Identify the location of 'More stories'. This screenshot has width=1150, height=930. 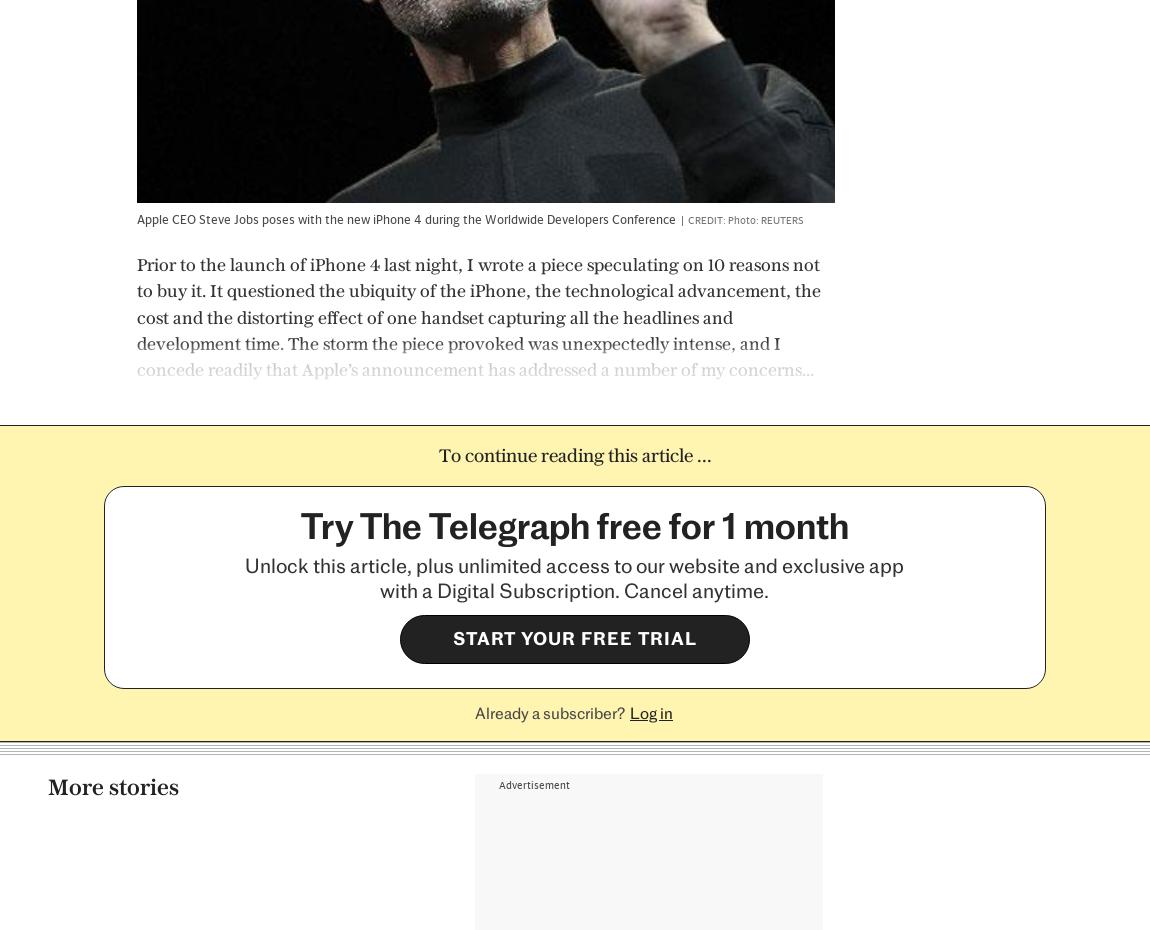
(118, 422).